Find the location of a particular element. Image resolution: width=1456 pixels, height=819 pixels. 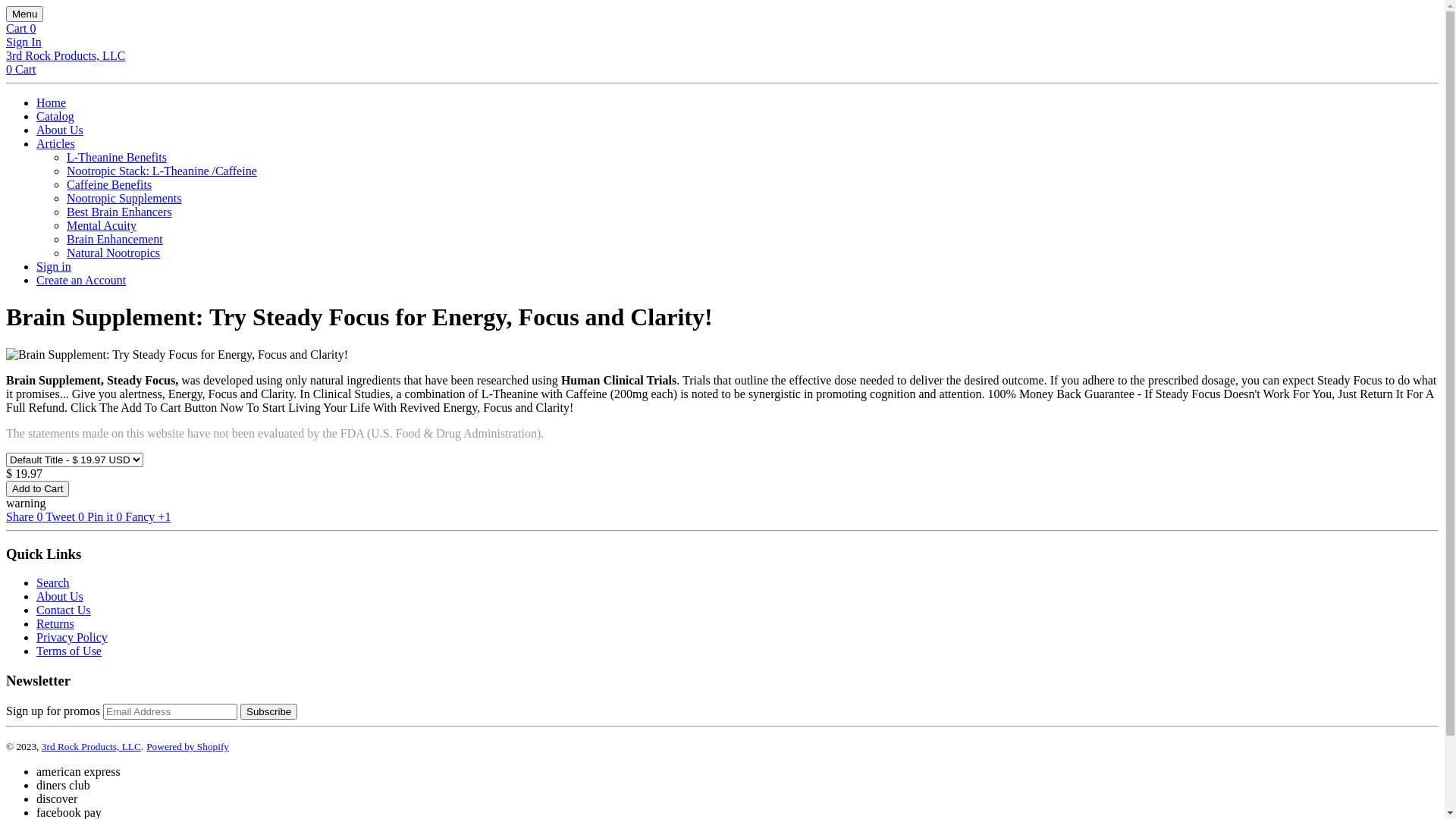

'Mental Acuity' is located at coordinates (65, 225).